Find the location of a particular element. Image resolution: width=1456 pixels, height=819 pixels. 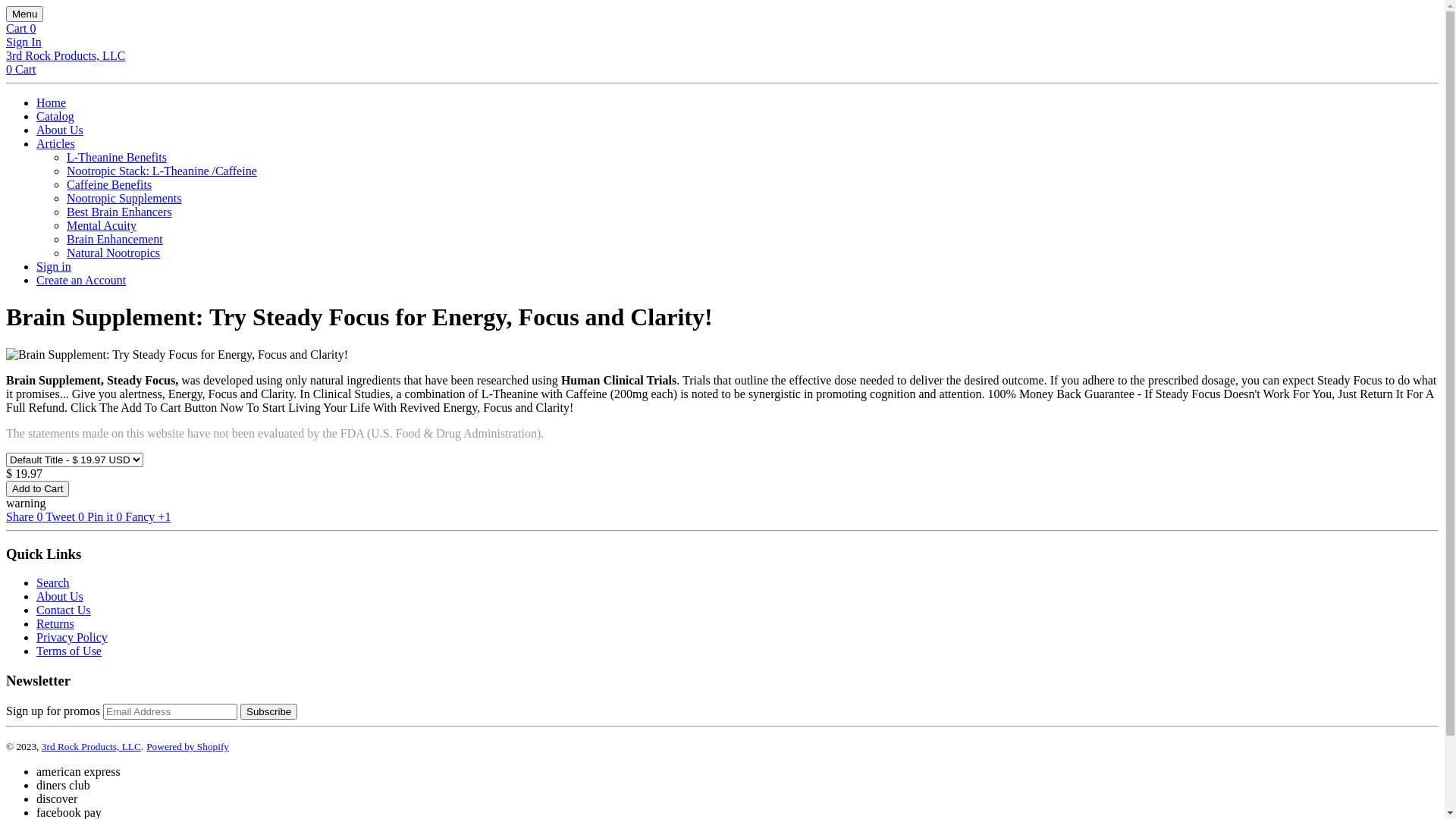

'Mental Acuity' is located at coordinates (65, 225).